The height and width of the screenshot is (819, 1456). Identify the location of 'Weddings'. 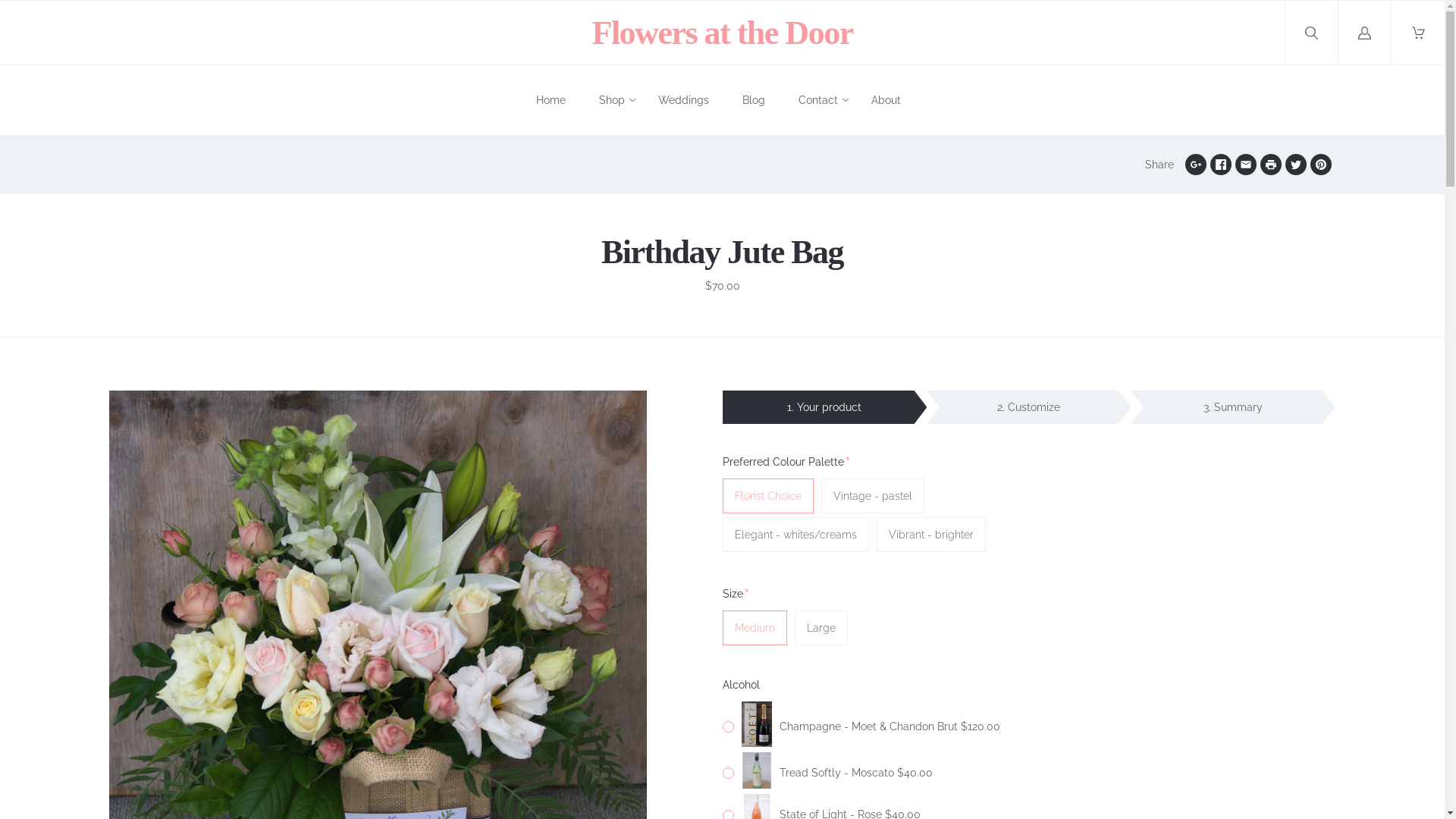
(658, 100).